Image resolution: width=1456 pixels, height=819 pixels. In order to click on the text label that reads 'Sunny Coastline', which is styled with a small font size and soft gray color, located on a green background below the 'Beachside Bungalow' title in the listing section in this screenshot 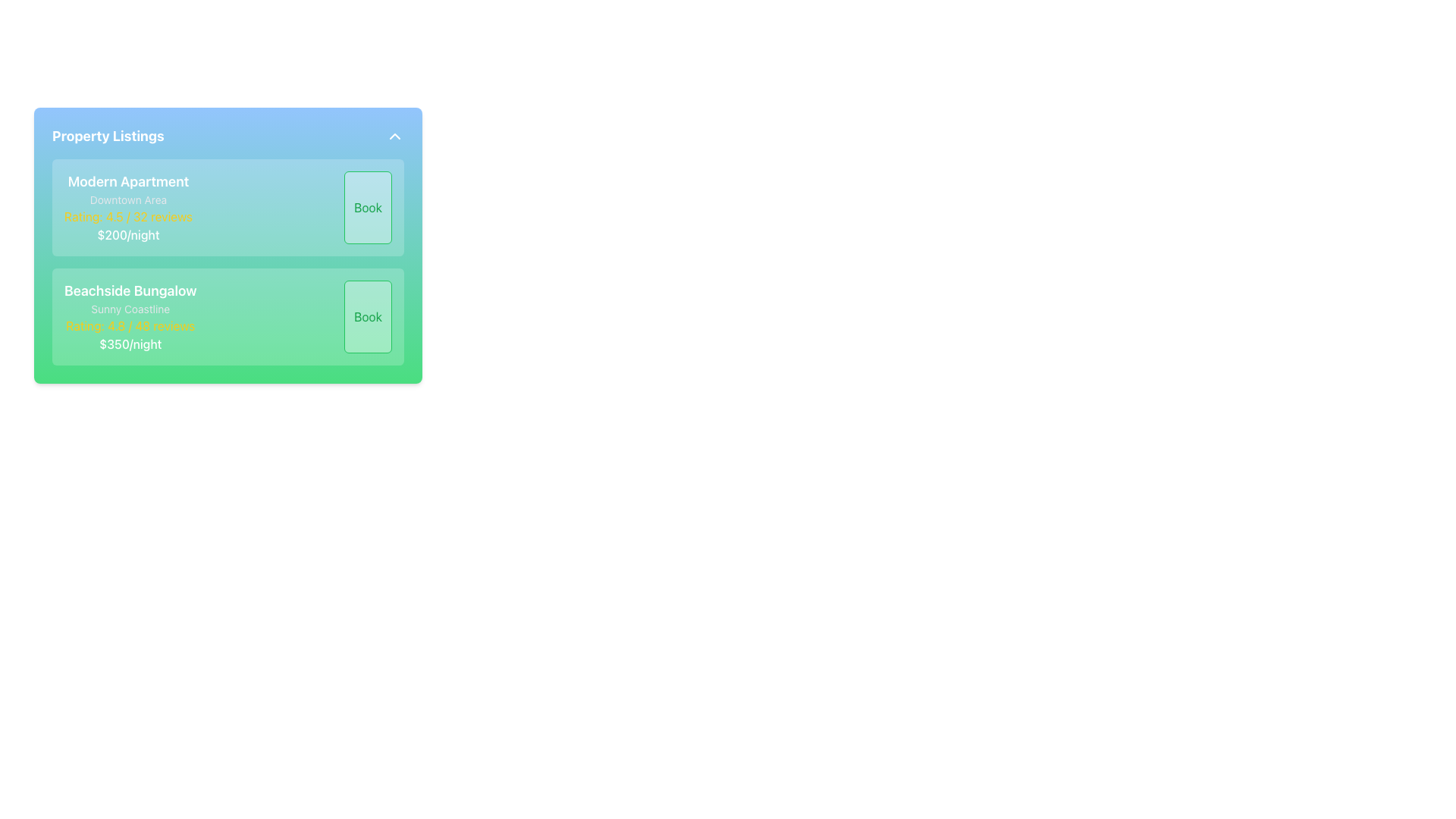, I will do `click(130, 309)`.